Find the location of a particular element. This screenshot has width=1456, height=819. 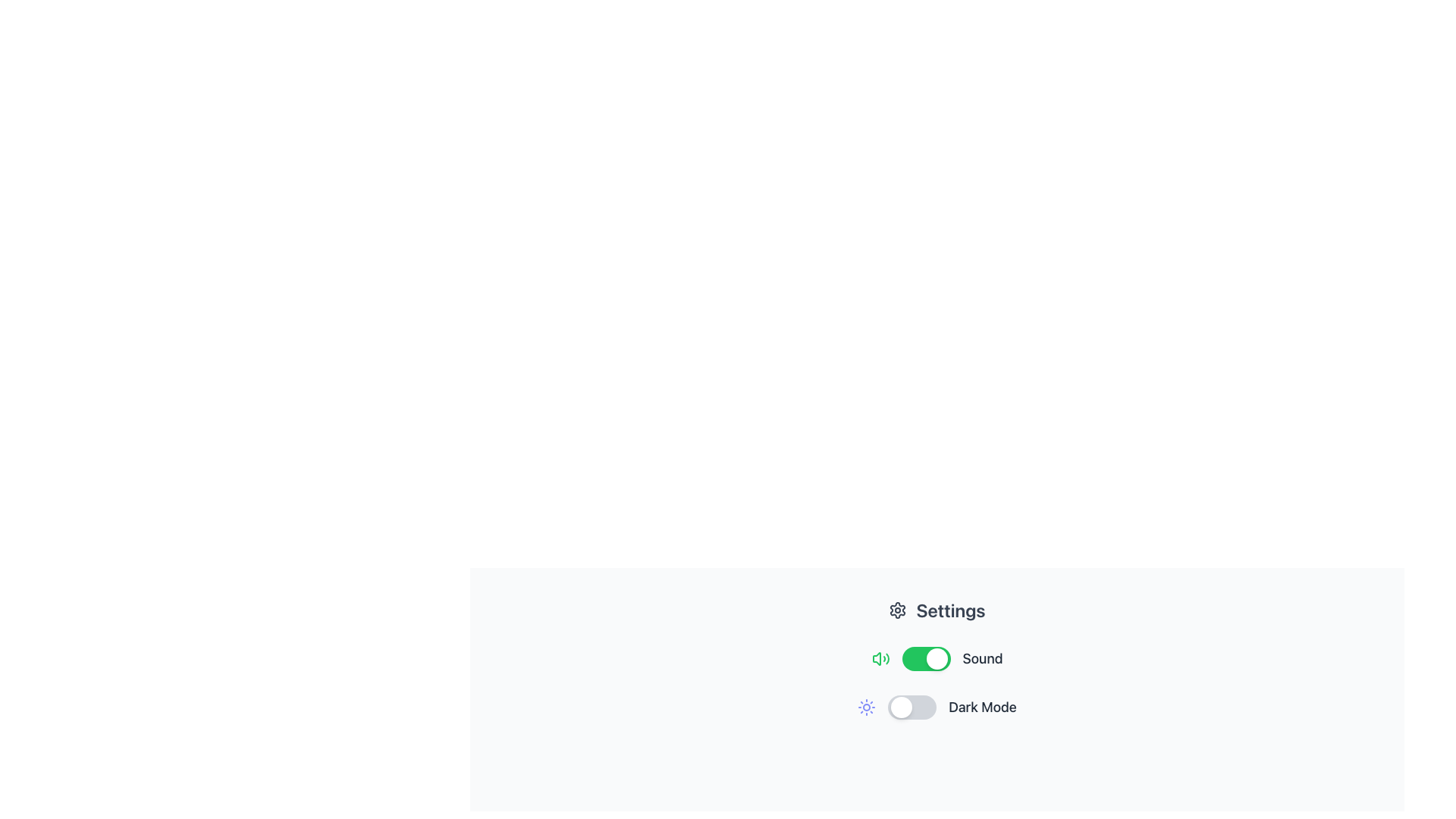

the 'Settings' header which is prominently displayed at the top of its section, featuring bold, large text and a gear icon to the left is located at coordinates (937, 610).